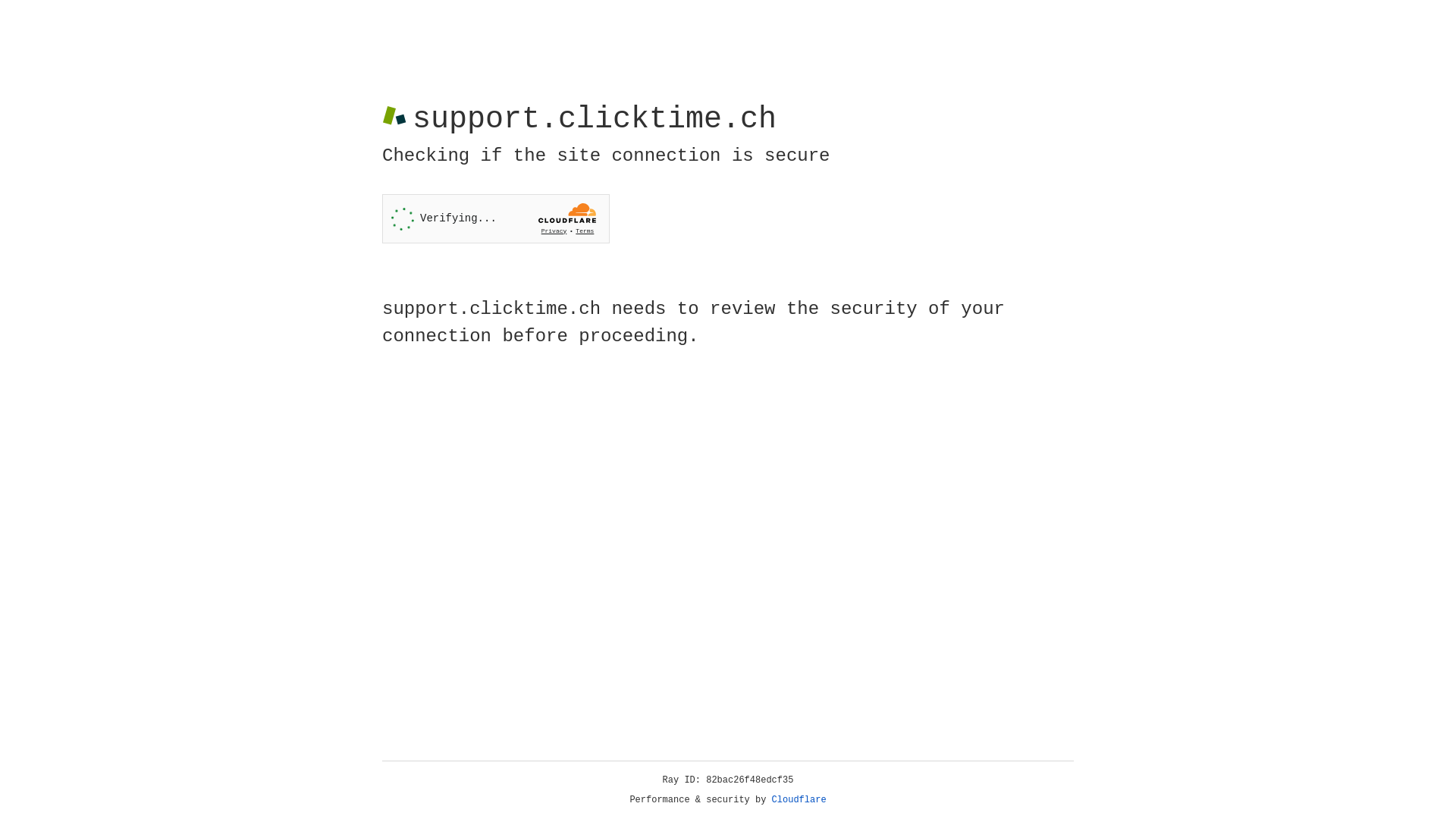  I want to click on 'Cloudflare', so click(799, 799).